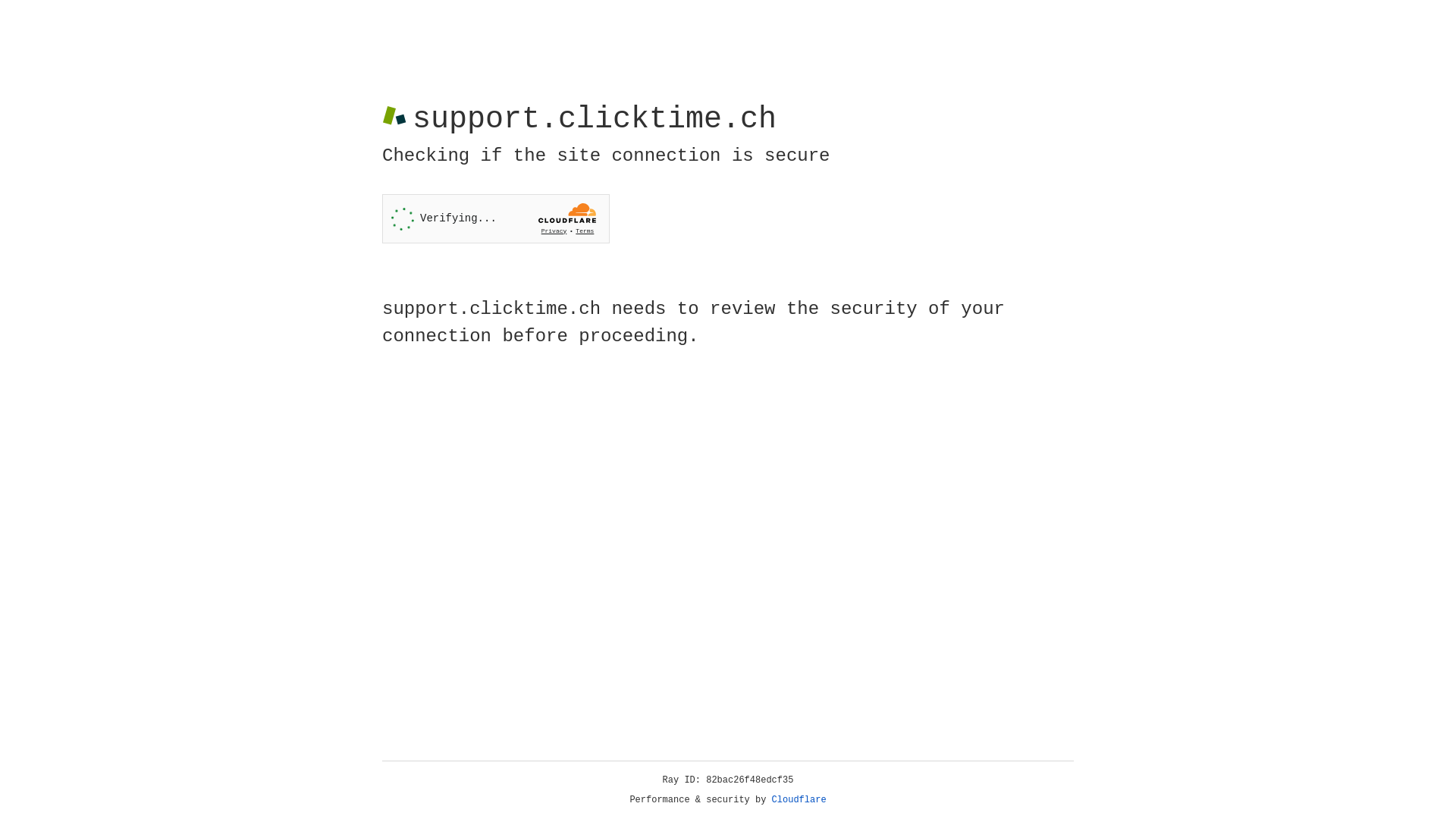  I want to click on 'Cloudflare', so click(799, 799).